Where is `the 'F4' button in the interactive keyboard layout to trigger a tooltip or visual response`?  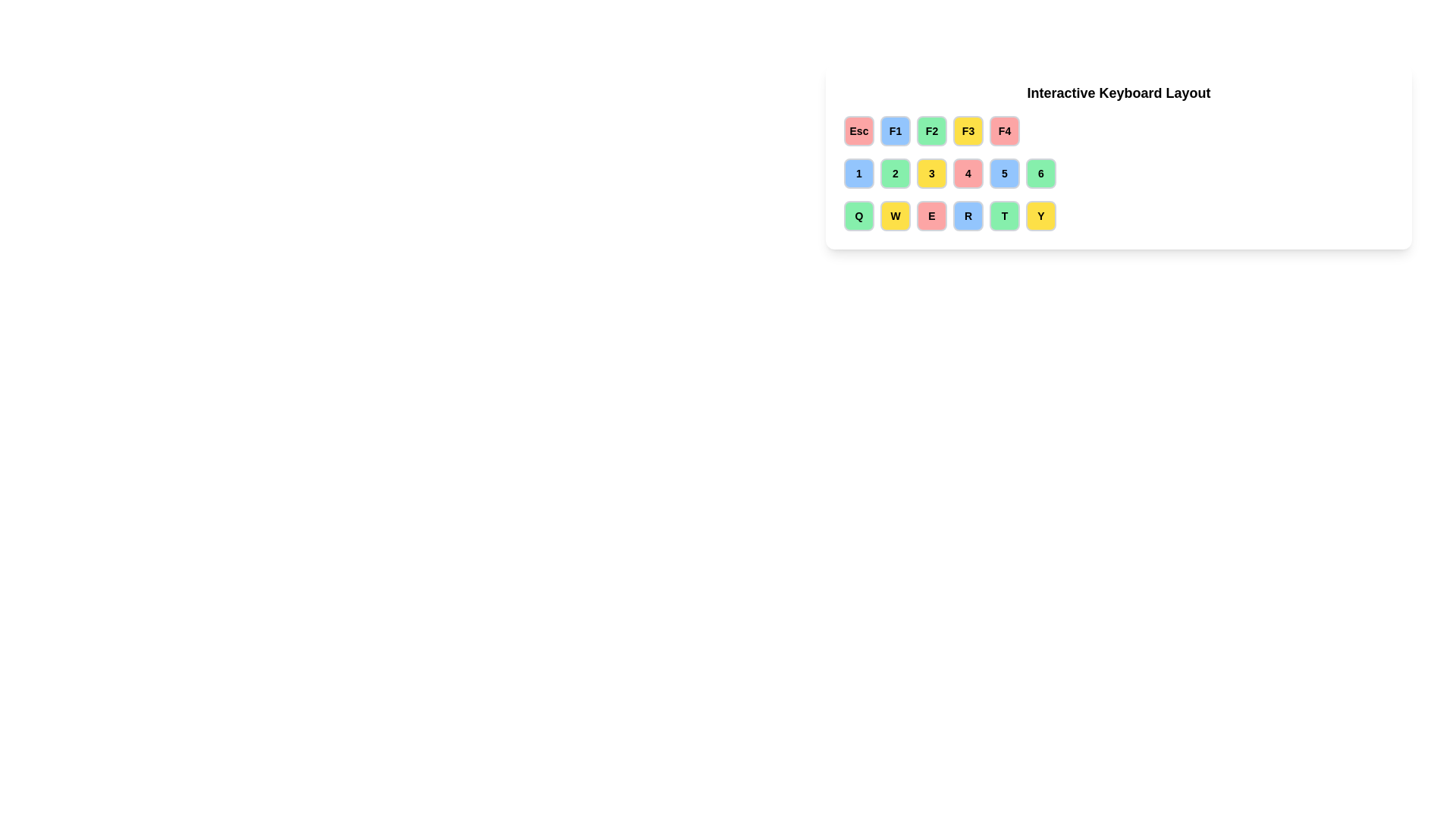 the 'F4' button in the interactive keyboard layout to trigger a tooltip or visual response is located at coordinates (1004, 130).